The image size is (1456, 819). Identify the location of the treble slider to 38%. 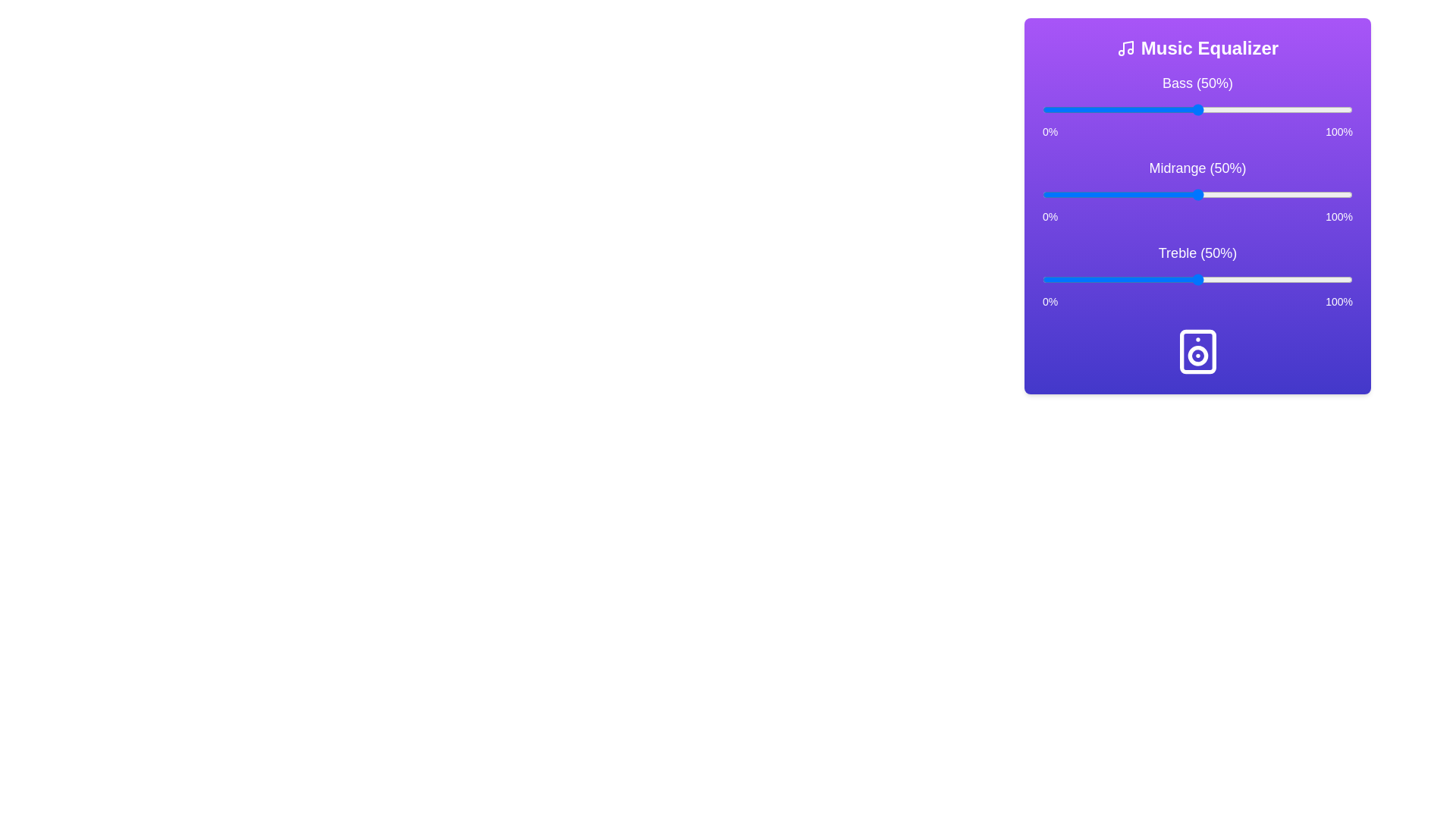
(1159, 280).